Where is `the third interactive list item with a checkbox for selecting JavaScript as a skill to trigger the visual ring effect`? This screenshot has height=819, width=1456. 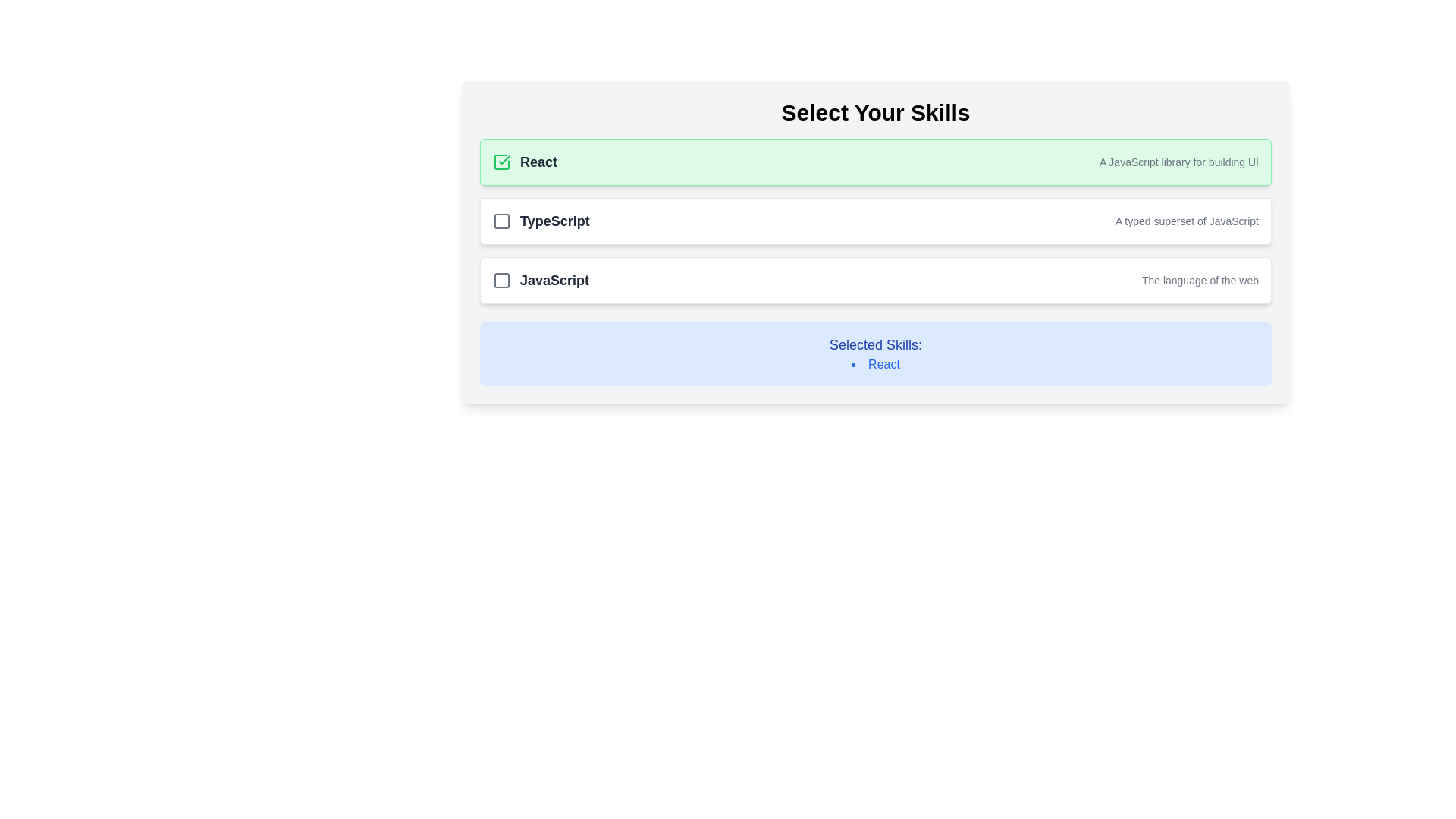
the third interactive list item with a checkbox for selecting JavaScript as a skill to trigger the visual ring effect is located at coordinates (876, 281).